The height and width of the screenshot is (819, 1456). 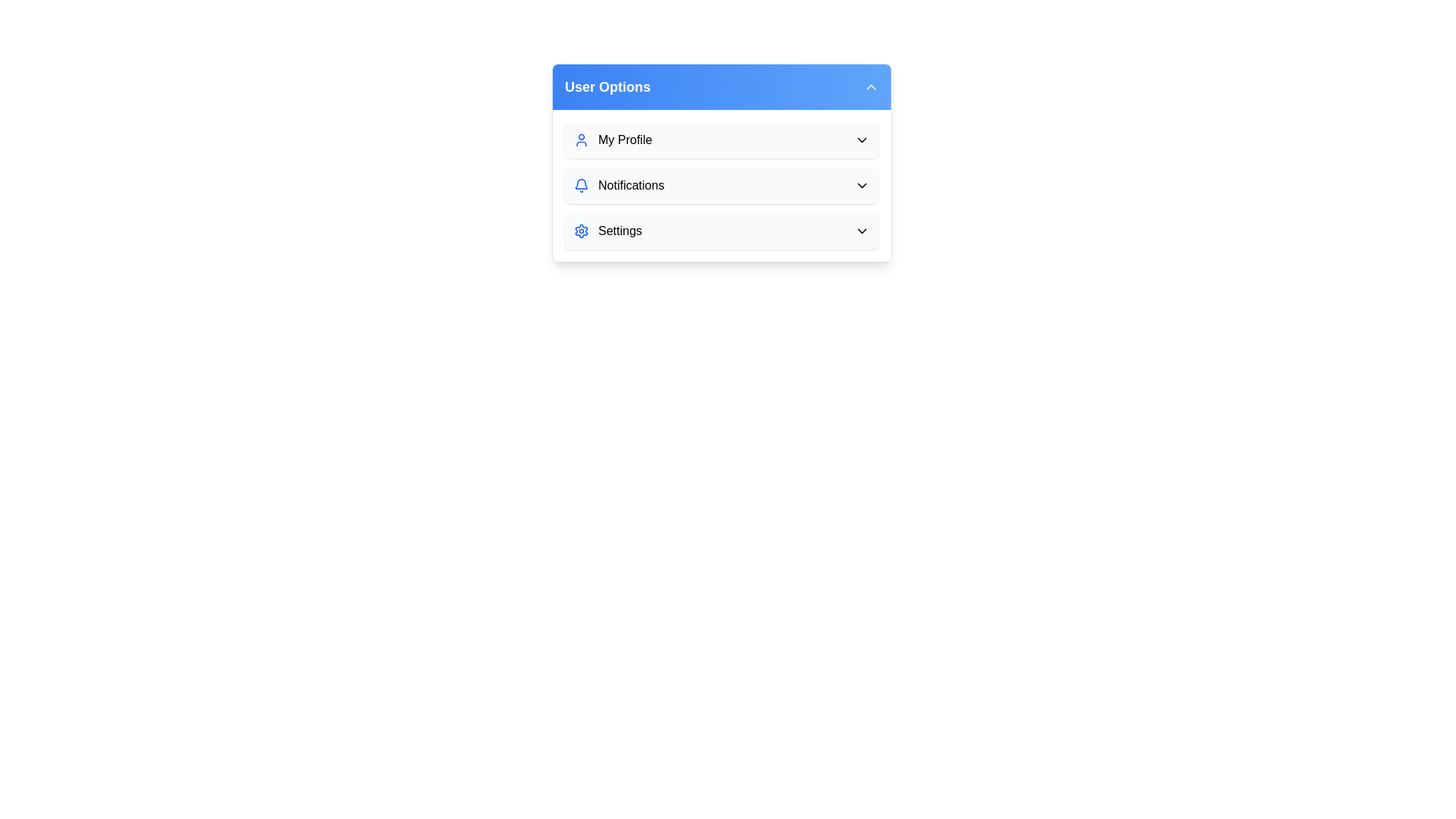 What do you see at coordinates (720, 185) in the screenshot?
I see `the dropdown beside 'Notifications' in the vertically stacked list of user options` at bounding box center [720, 185].